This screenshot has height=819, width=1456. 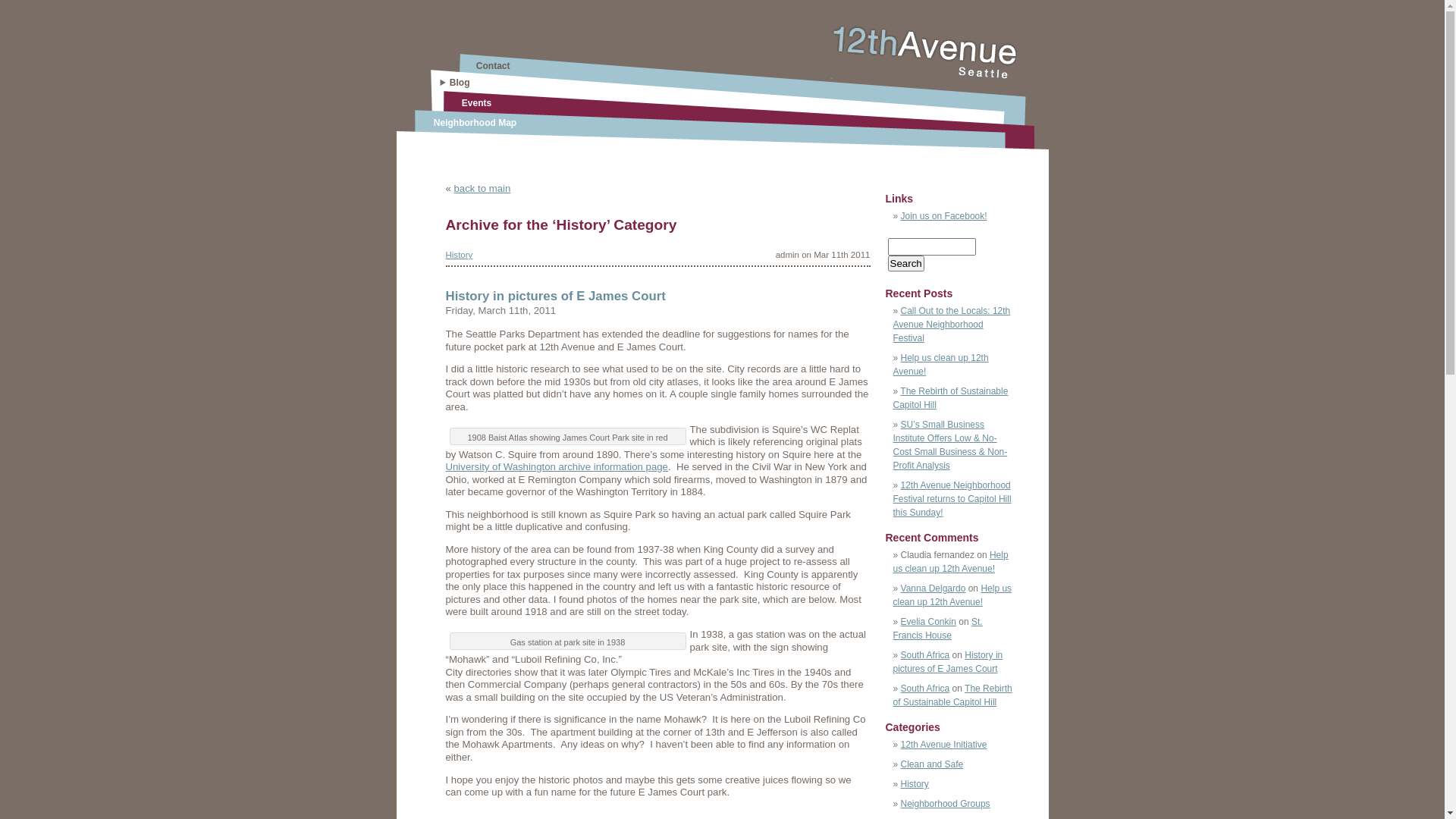 What do you see at coordinates (453, 187) in the screenshot?
I see `'back to main'` at bounding box center [453, 187].